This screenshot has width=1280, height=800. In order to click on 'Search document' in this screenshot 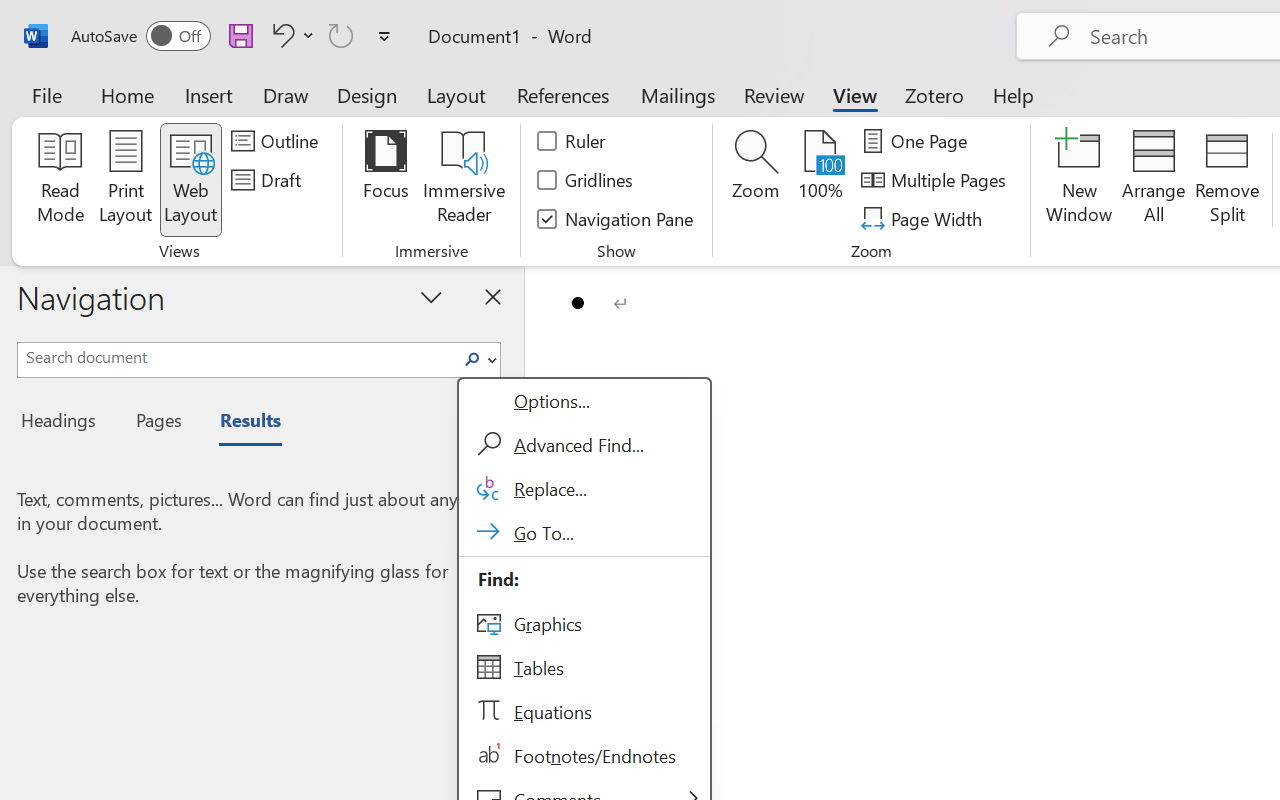, I will do `click(237, 357)`.